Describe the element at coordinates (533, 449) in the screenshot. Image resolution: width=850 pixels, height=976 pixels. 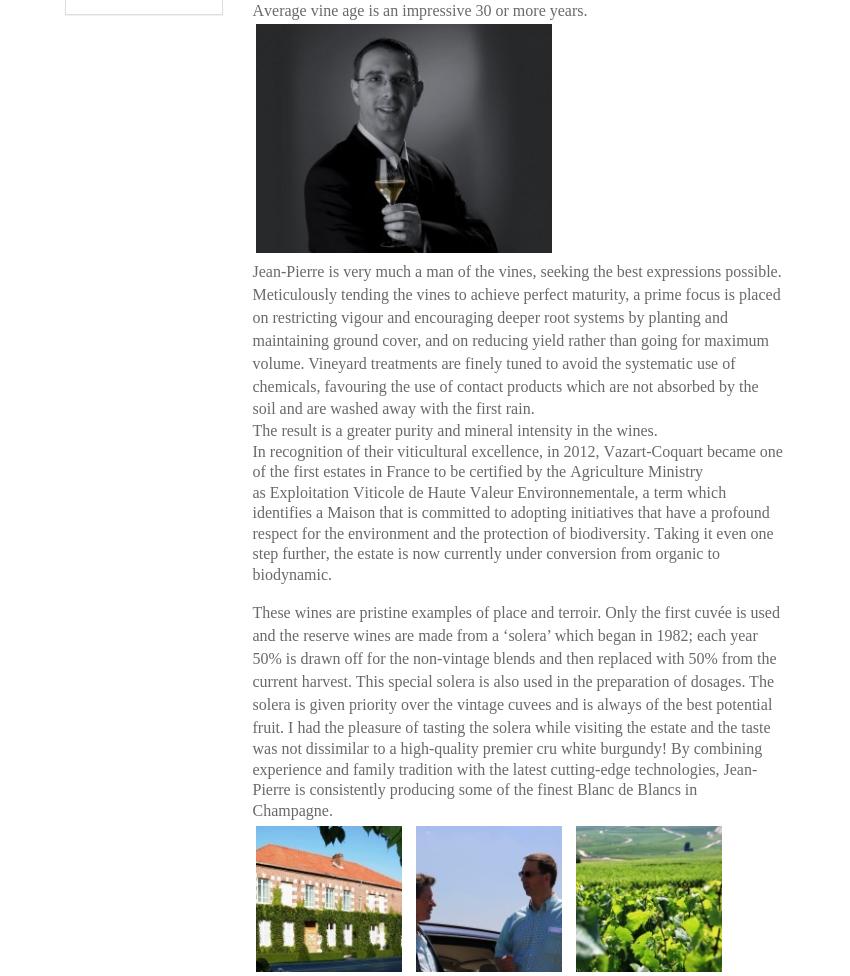
I see `'excellence, in 2012,'` at that location.